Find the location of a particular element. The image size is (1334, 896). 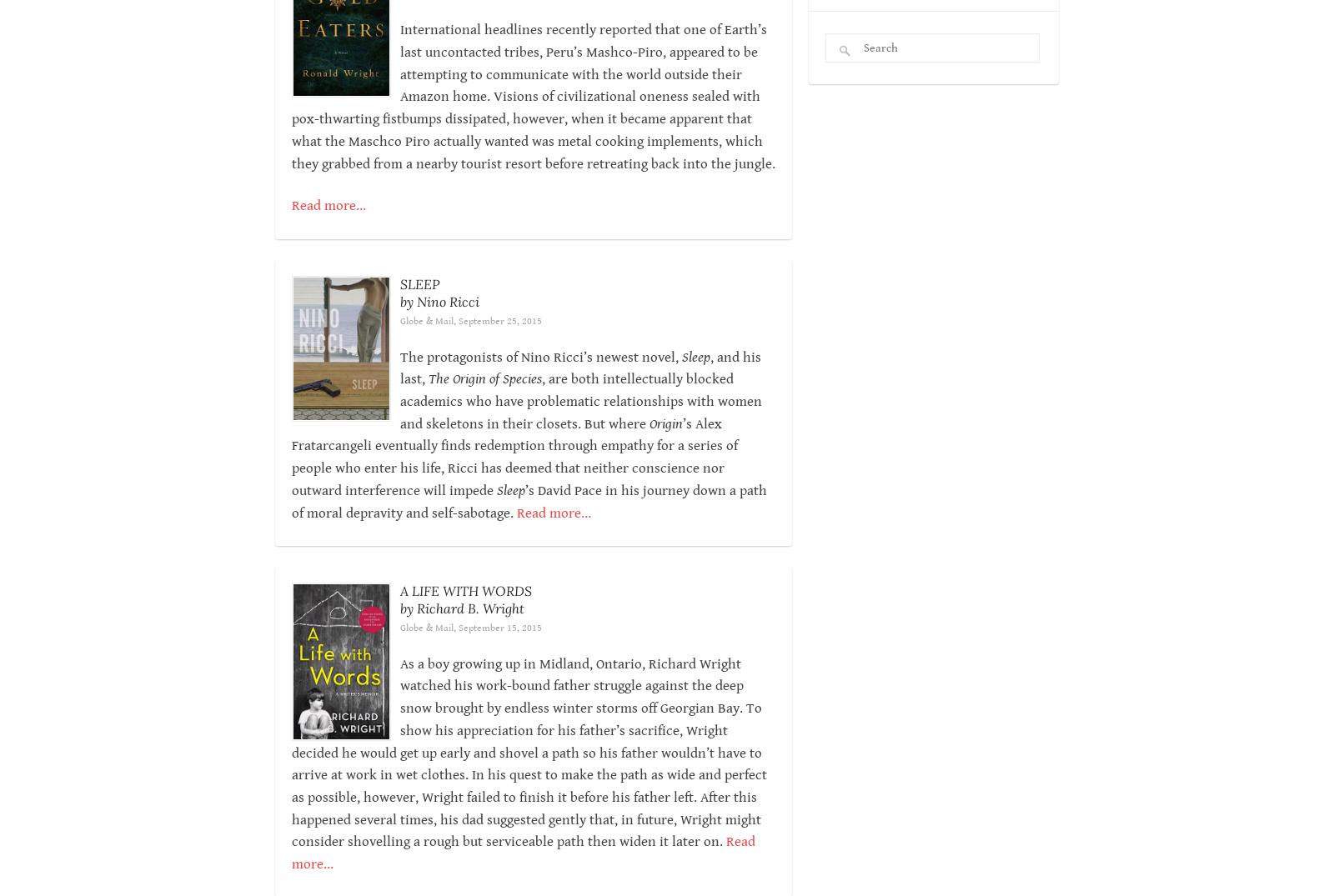

'The protagonists of Nino Ricci’s newest novel,' is located at coordinates (540, 355).